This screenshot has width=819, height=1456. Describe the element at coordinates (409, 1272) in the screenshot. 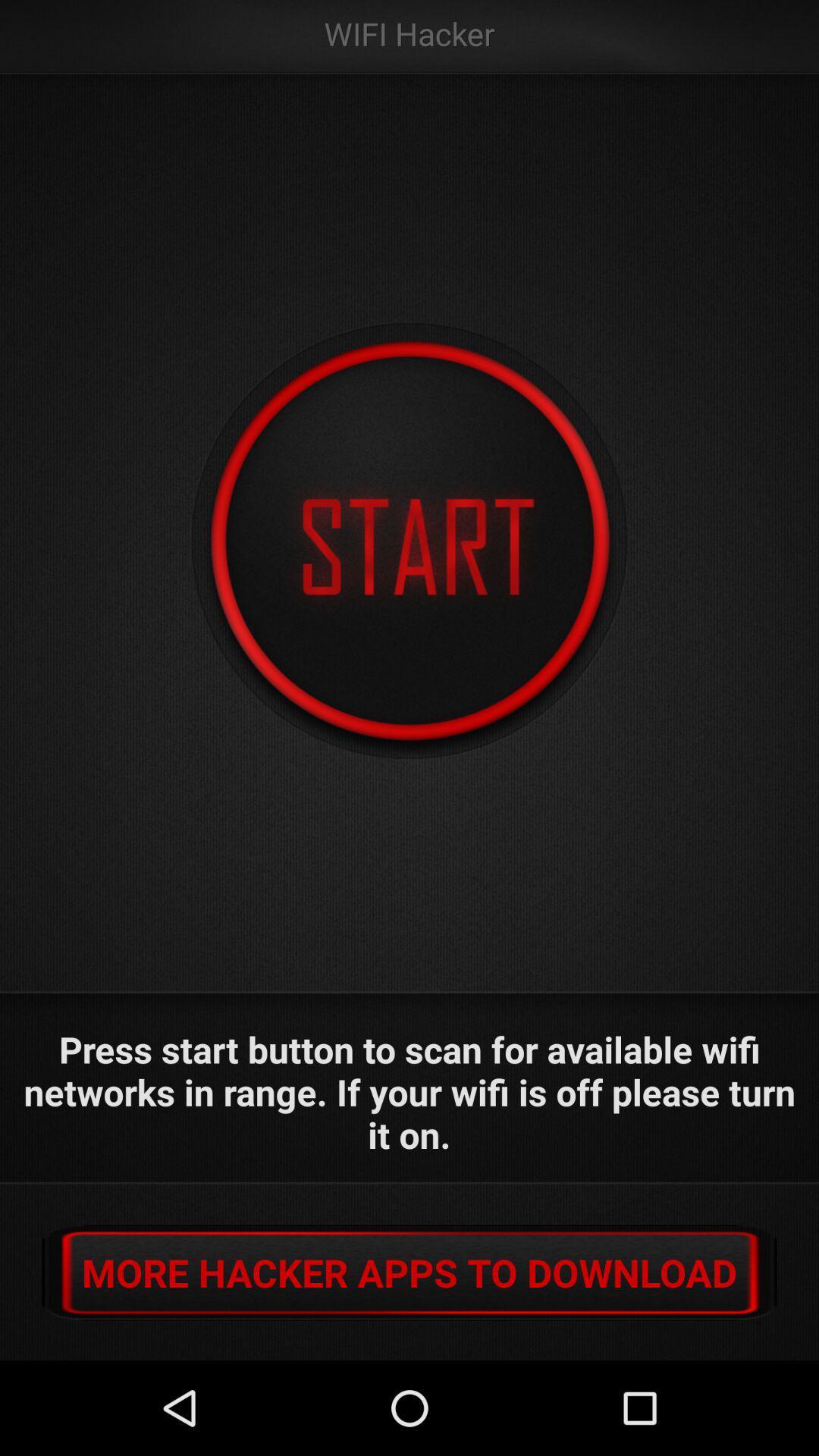

I see `more hacker apps button` at that location.